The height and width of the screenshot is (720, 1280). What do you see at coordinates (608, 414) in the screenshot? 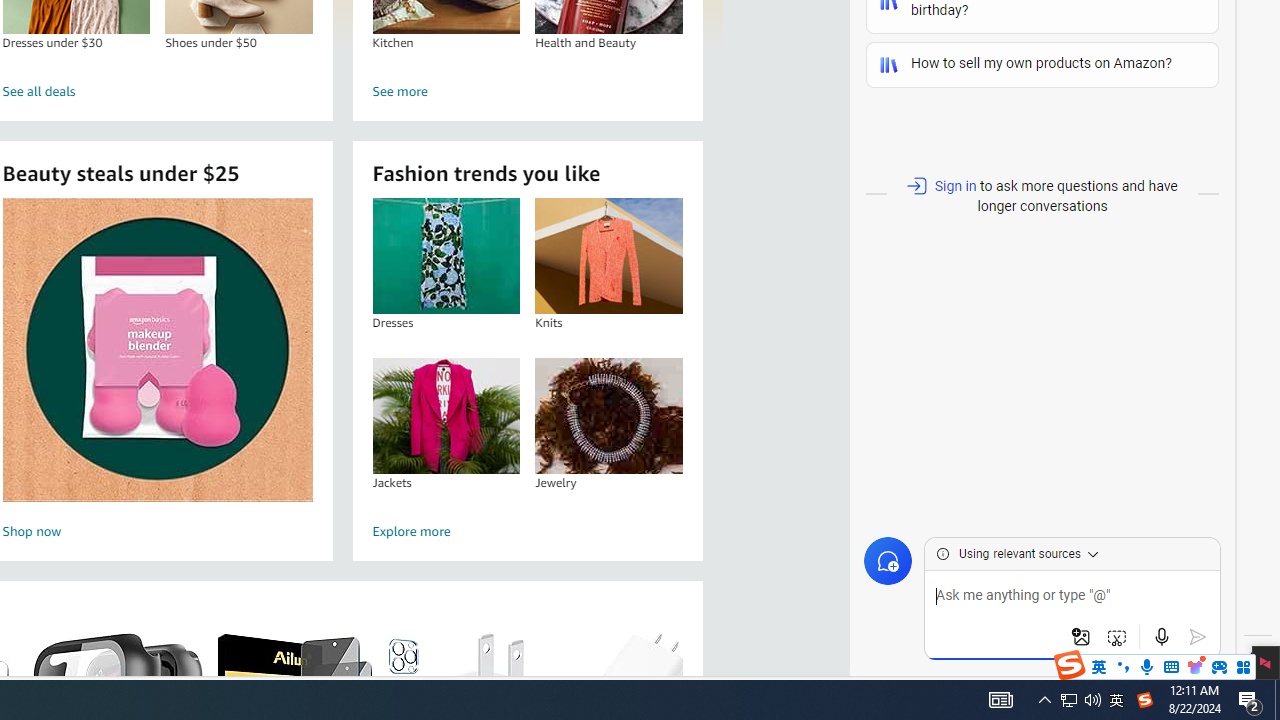
I see `'Jewelry'` at bounding box center [608, 414].